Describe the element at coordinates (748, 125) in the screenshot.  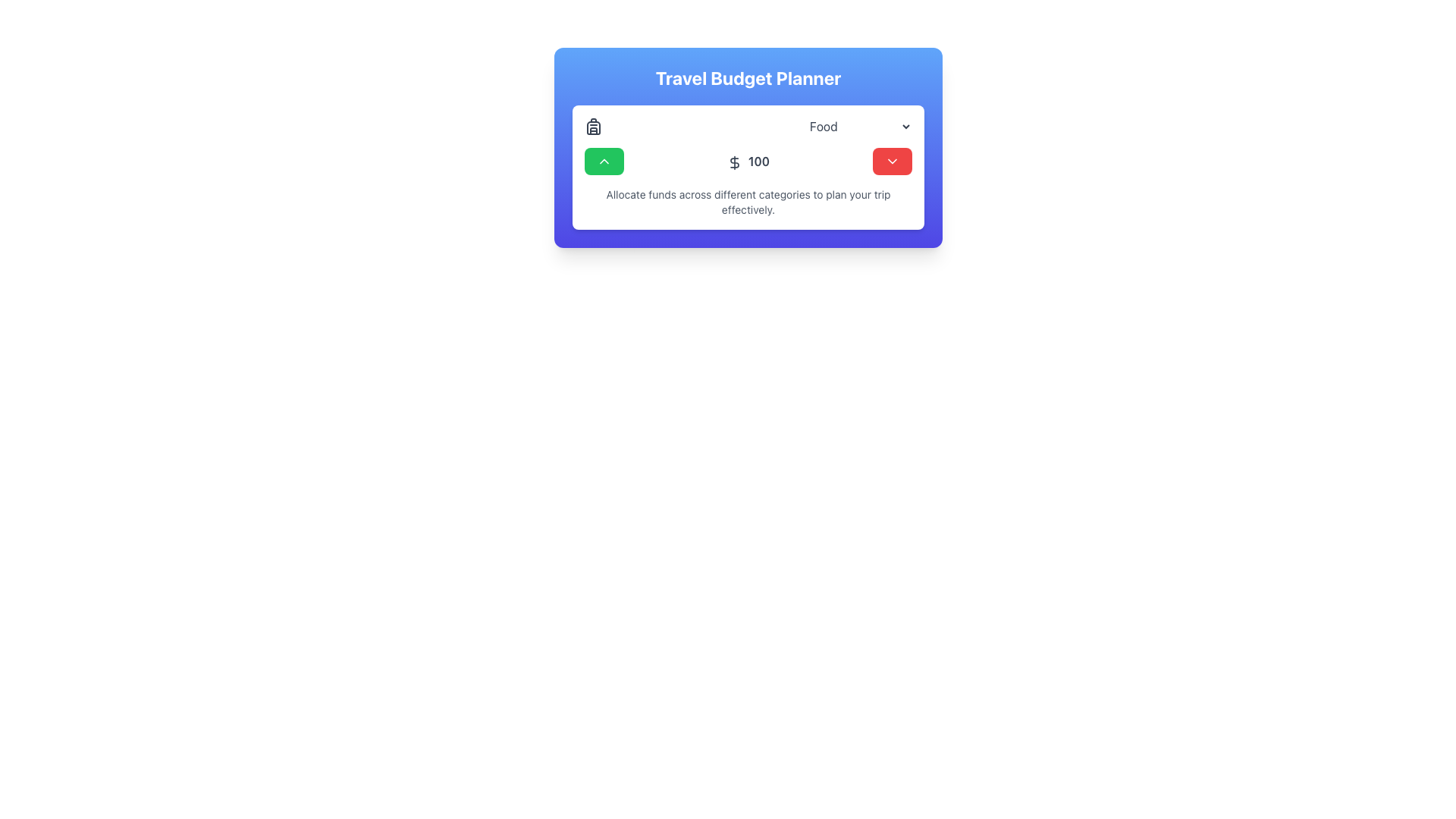
I see `the dropdown selector element labeled 'Food'` at that location.